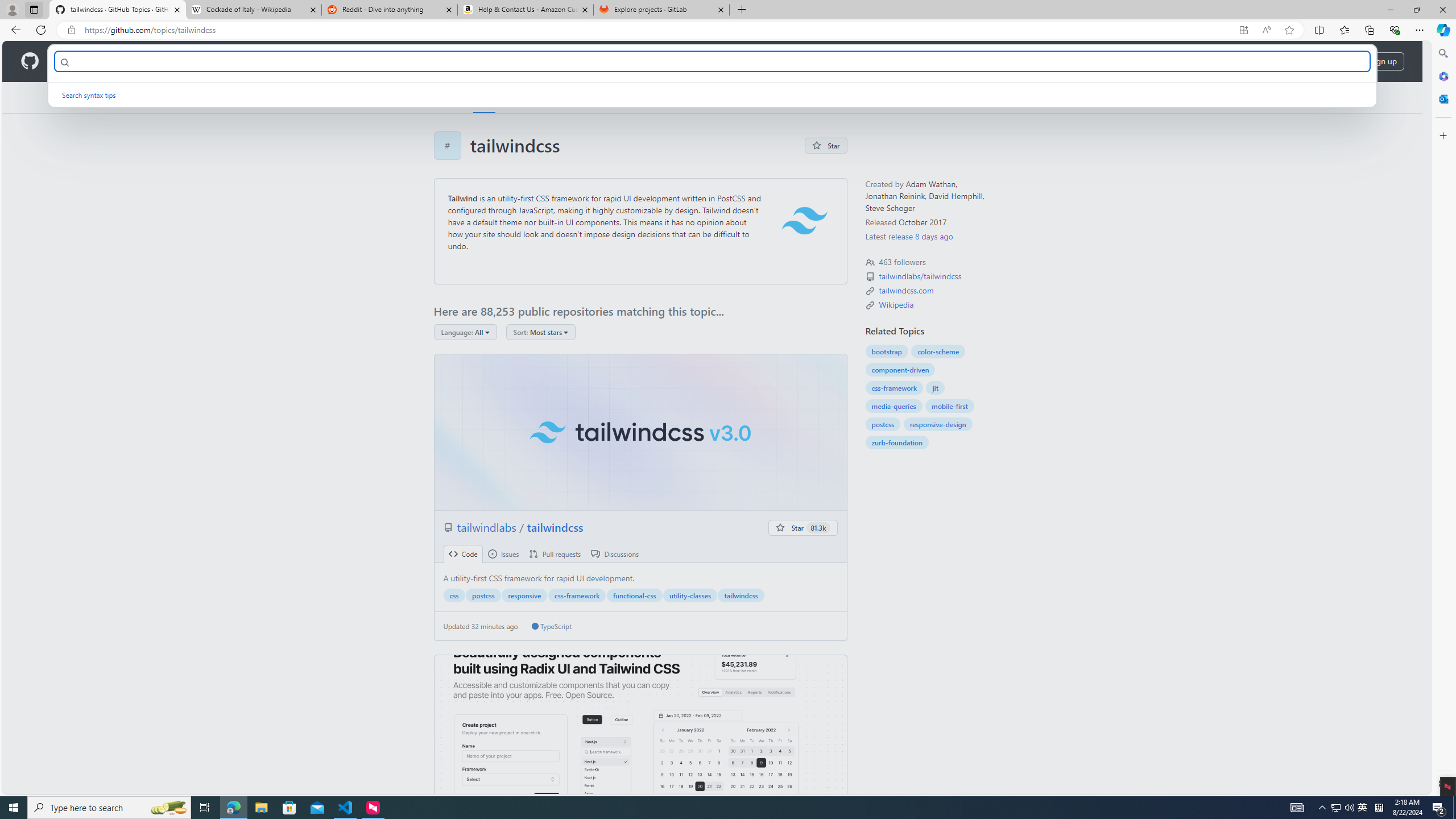 The width and height of the screenshot is (1456, 819). Describe the element at coordinates (804, 220) in the screenshot. I see `'tailwind logo'` at that location.